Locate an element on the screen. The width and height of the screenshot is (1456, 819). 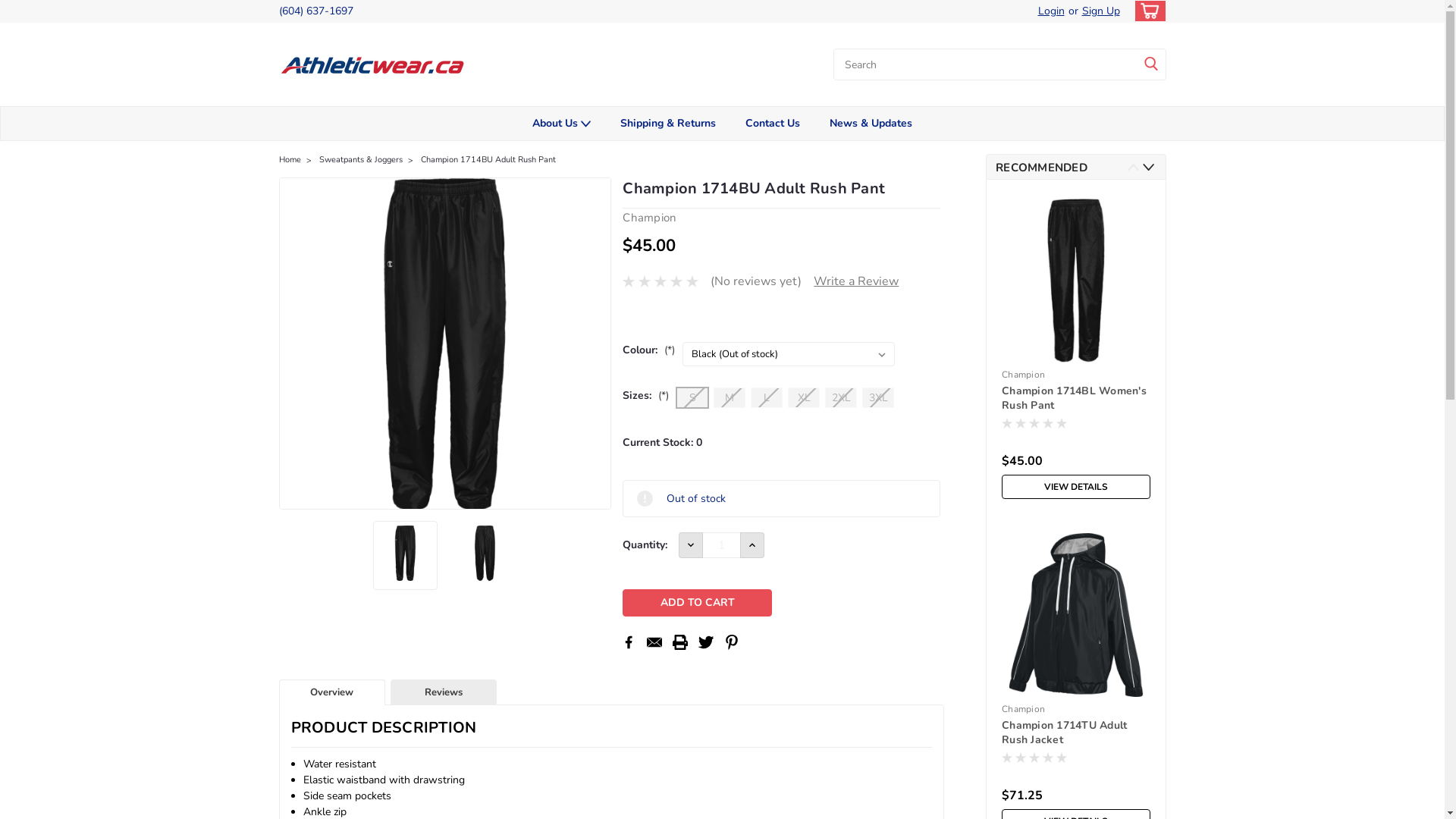
'Reviews' is located at coordinates (443, 693).